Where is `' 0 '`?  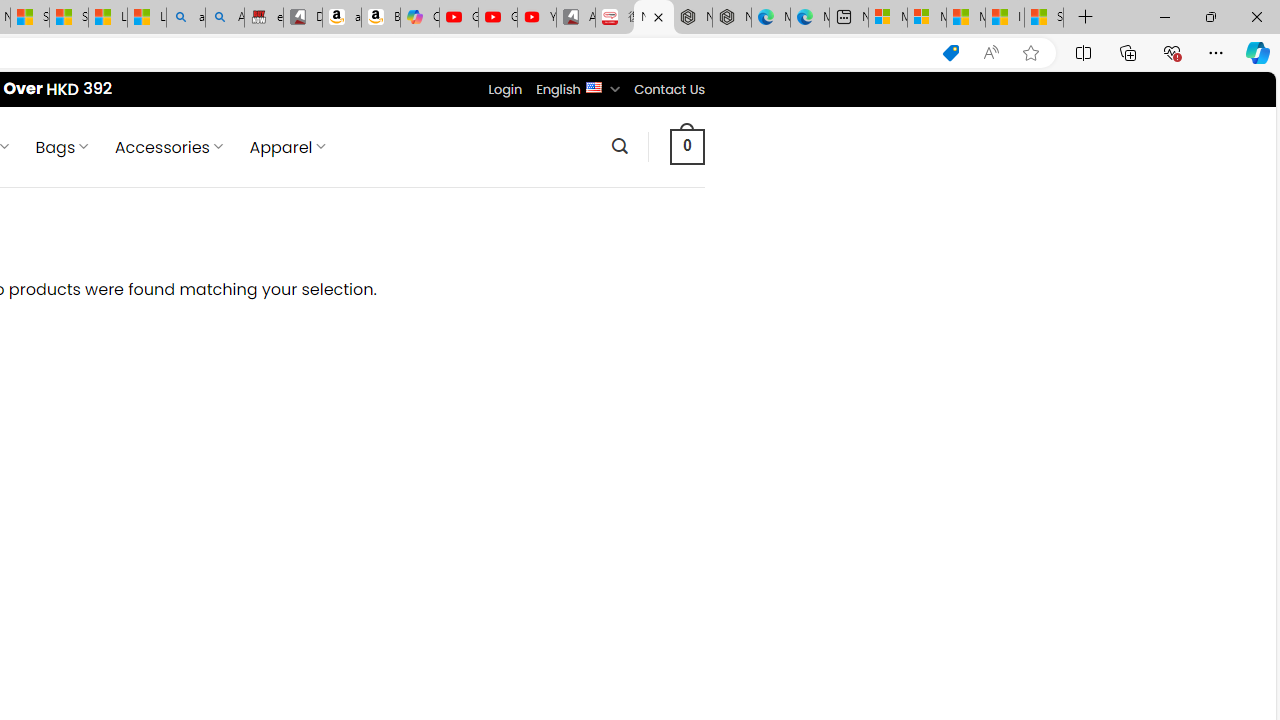
' 0 ' is located at coordinates (688, 145).